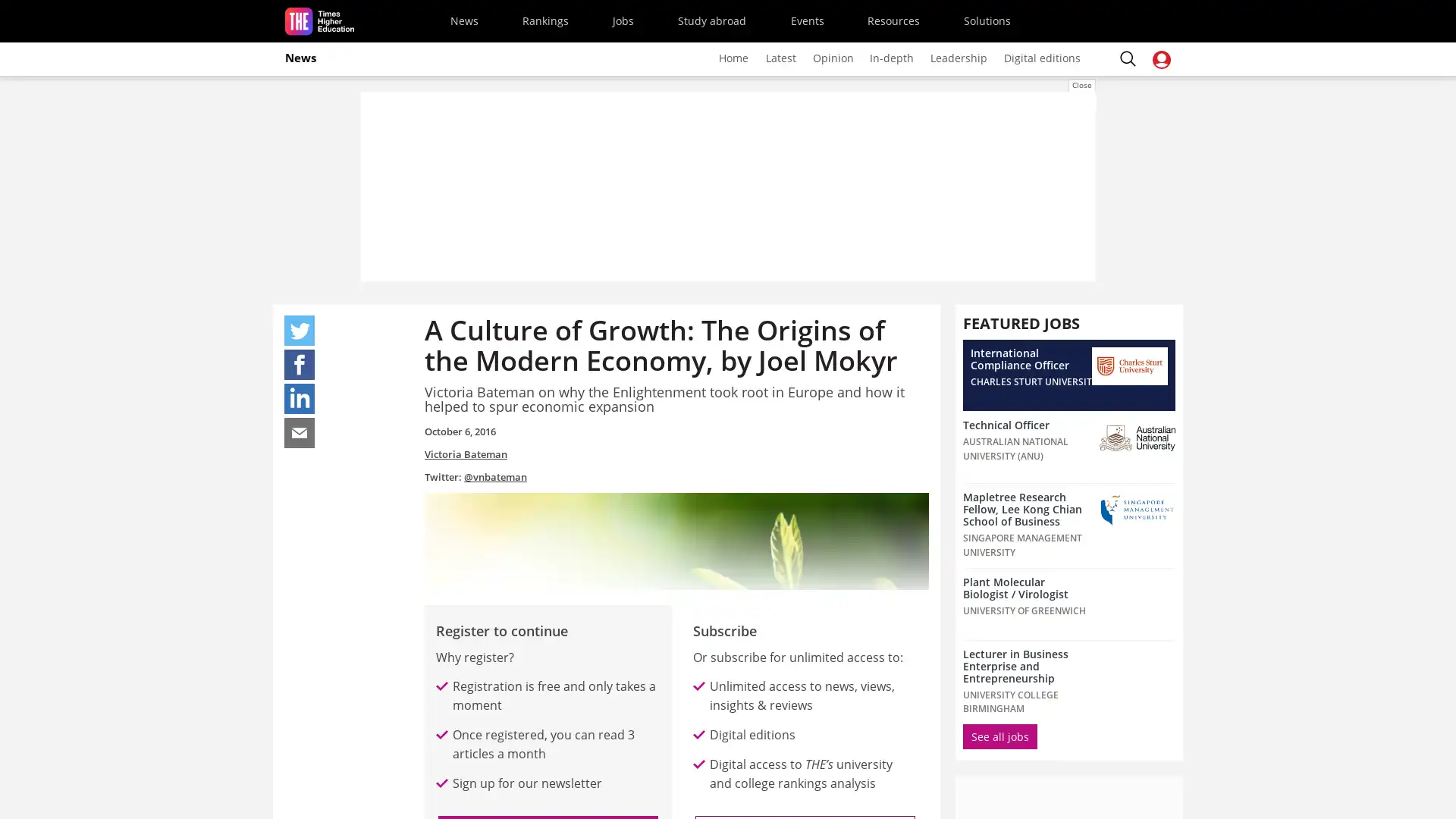  What do you see at coordinates (1160, 58) in the screenshot?
I see `User account` at bounding box center [1160, 58].